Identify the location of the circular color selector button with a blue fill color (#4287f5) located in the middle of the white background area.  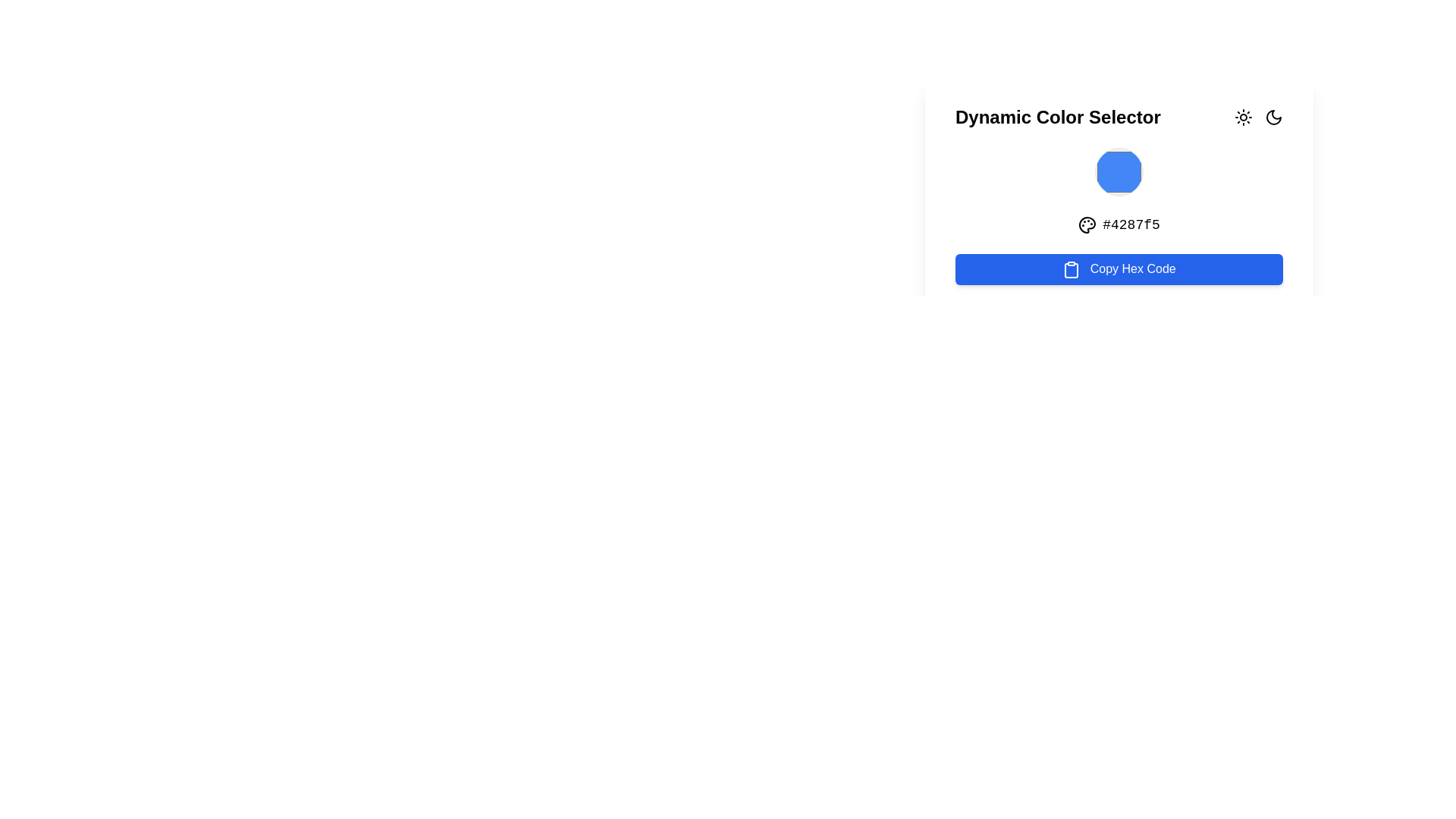
(1119, 171).